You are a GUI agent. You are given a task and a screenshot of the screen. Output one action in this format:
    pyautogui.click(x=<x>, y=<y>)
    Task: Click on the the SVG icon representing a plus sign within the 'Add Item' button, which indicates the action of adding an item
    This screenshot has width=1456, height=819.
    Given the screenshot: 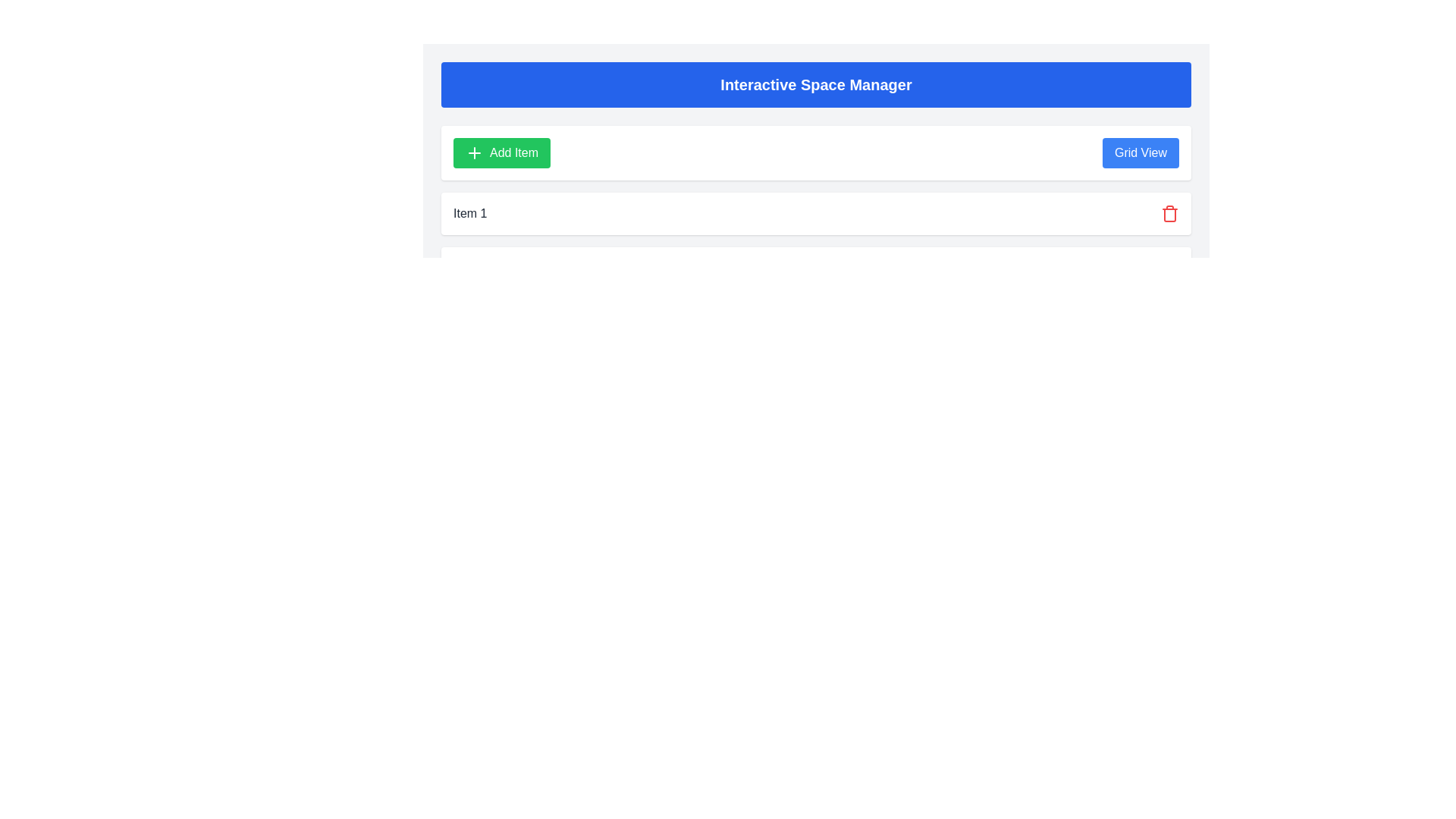 What is the action you would take?
    pyautogui.click(x=473, y=152)
    